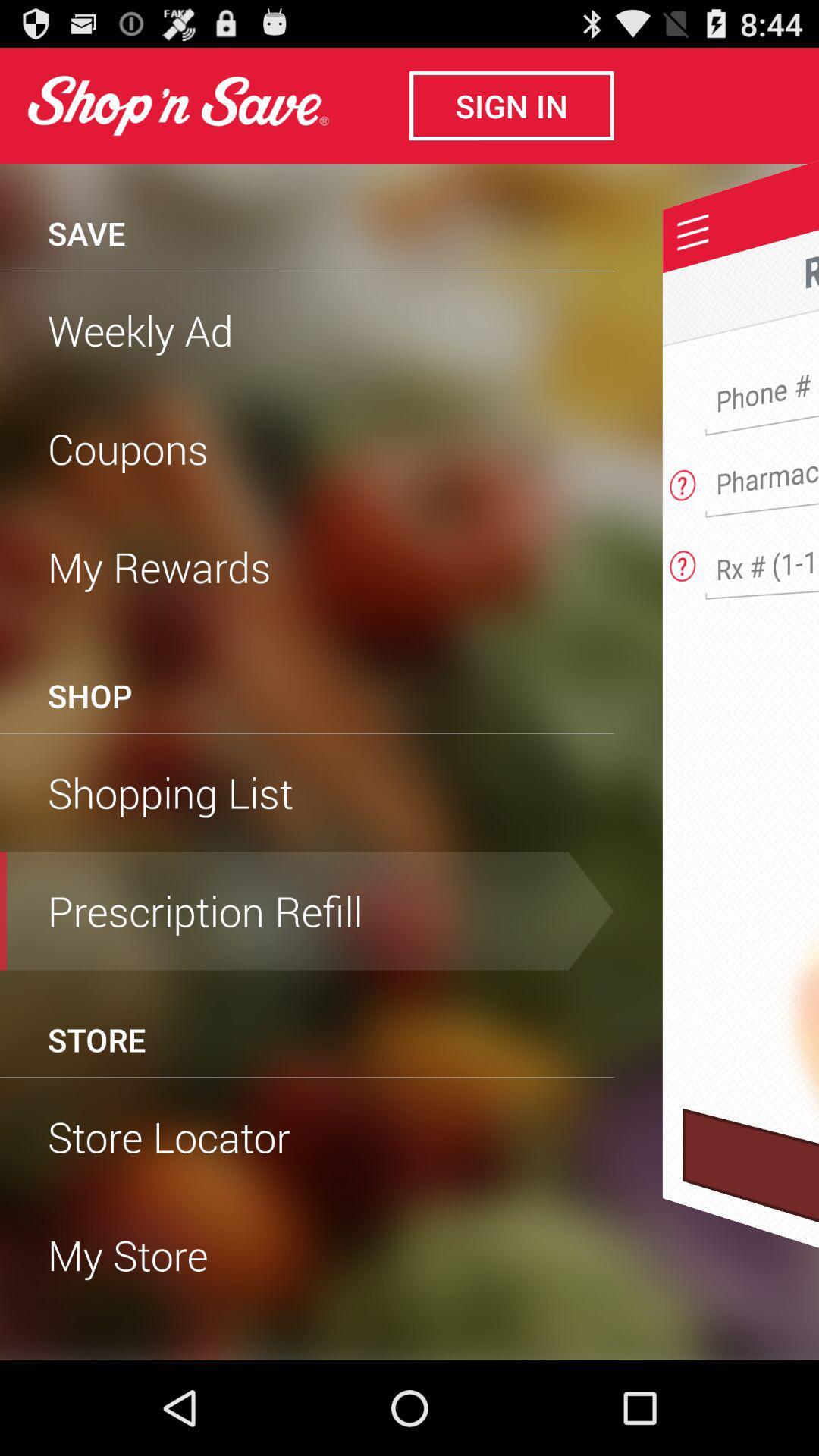 The width and height of the screenshot is (819, 1456). I want to click on item next to the refill a prescription, so click(307, 271).